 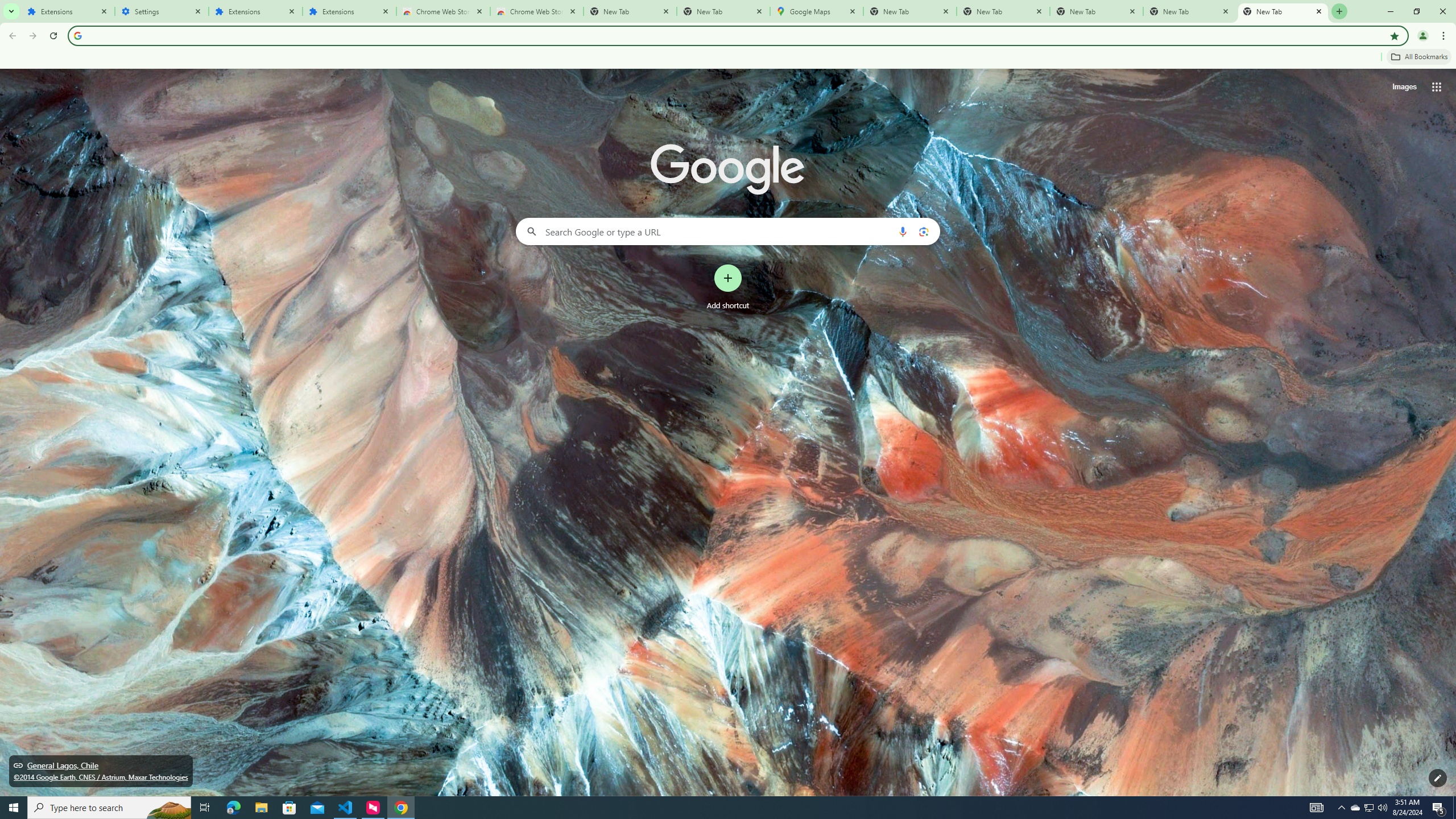 I want to click on 'Google Maps', so click(x=816, y=11).